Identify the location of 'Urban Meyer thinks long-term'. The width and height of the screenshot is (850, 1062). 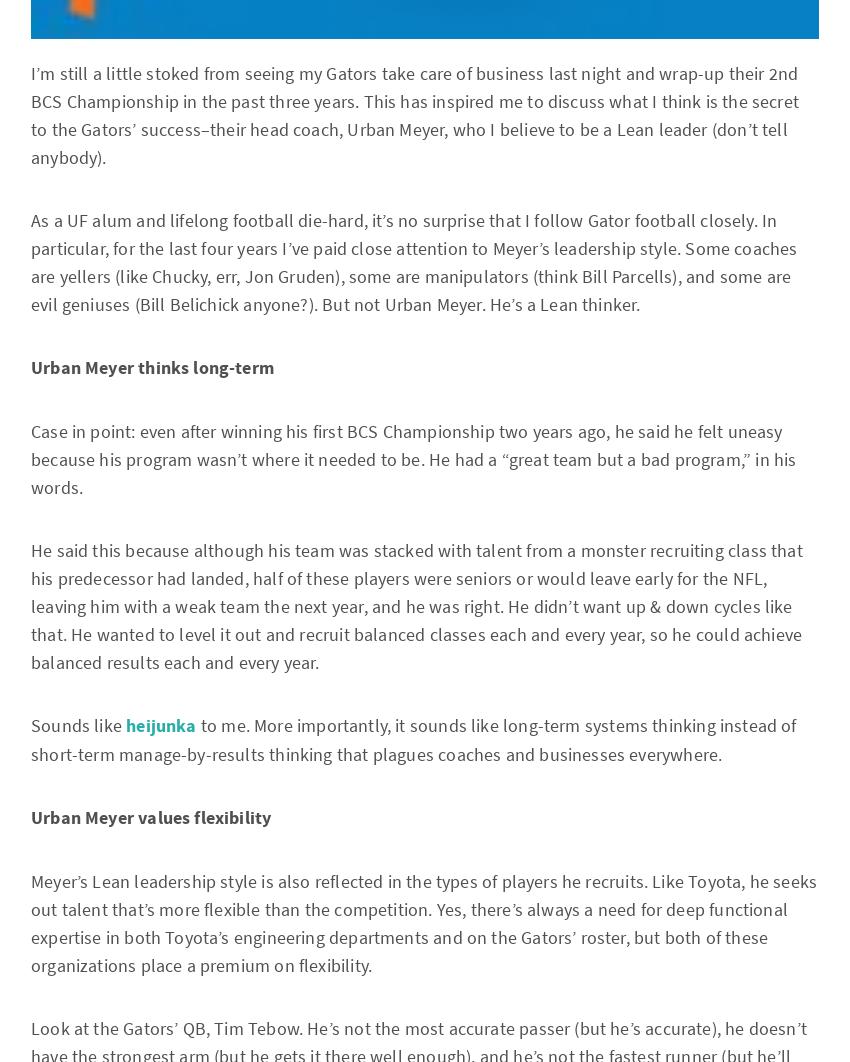
(152, 367).